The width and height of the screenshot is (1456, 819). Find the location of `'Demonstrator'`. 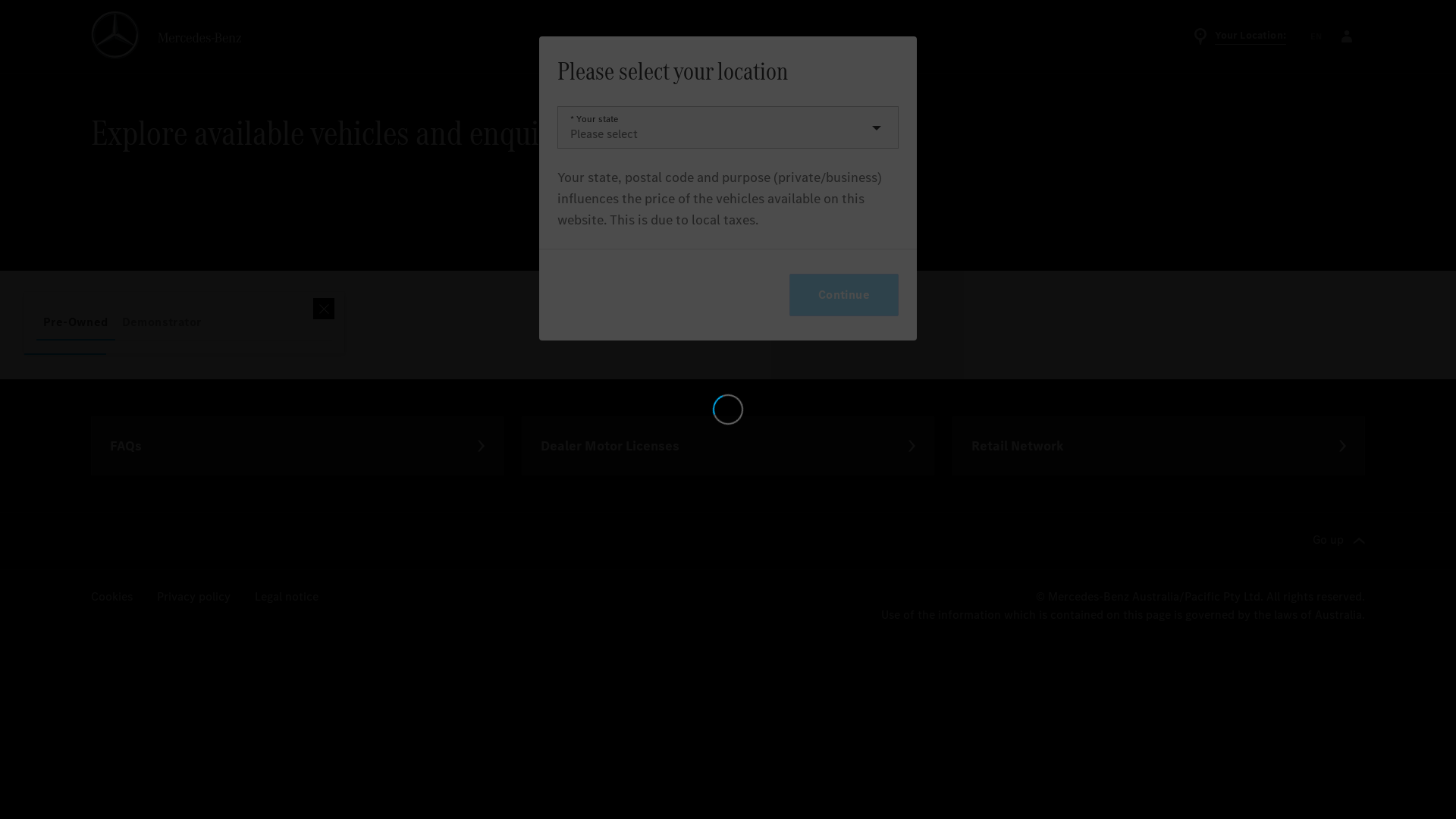

'Demonstrator' is located at coordinates (162, 321).